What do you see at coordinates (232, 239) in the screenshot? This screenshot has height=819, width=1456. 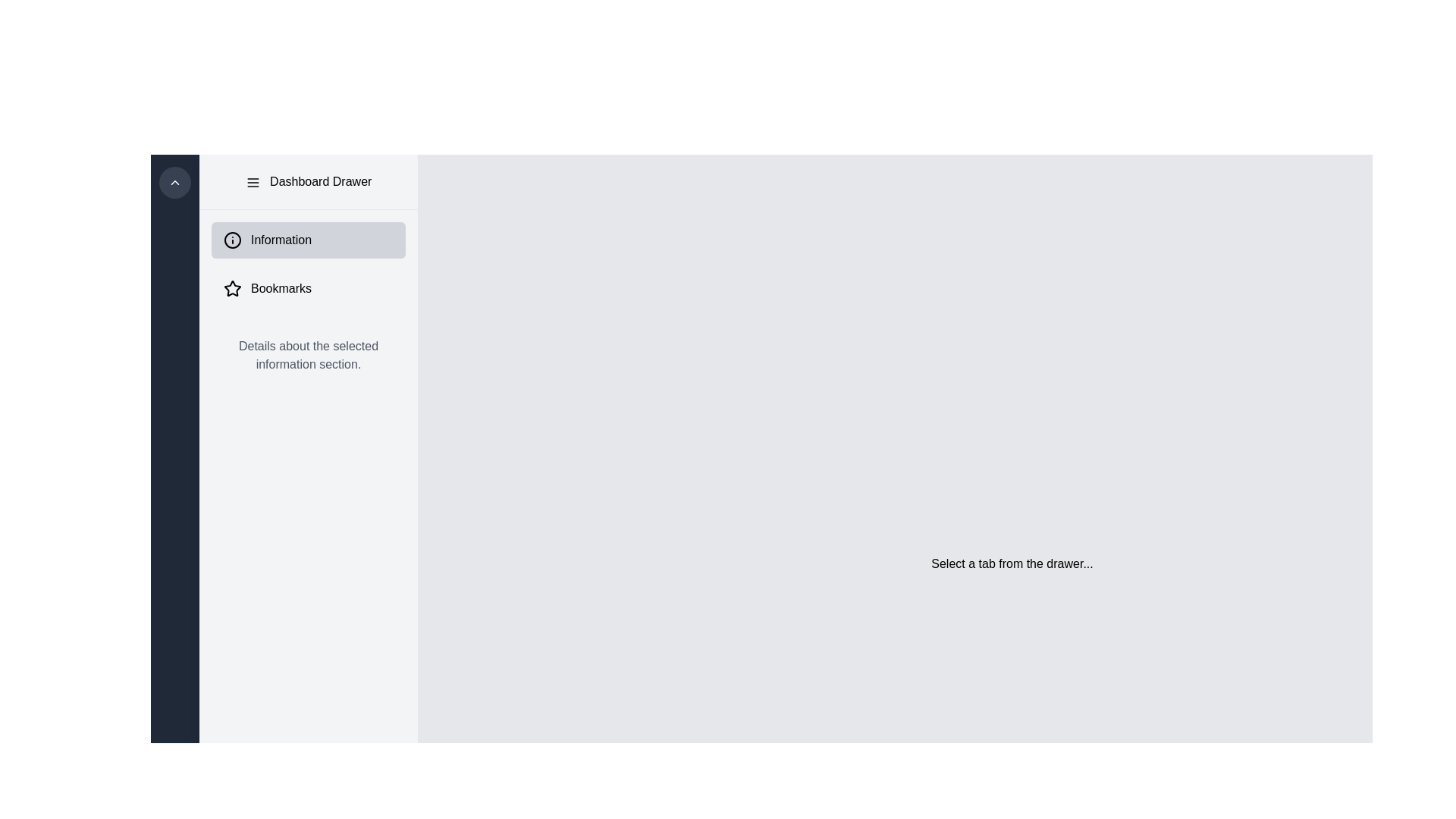 I see `the icon that serves as a visual identifier for the 'Information' section of the navigation drawer, positioned to the left of the text 'Information'` at bounding box center [232, 239].